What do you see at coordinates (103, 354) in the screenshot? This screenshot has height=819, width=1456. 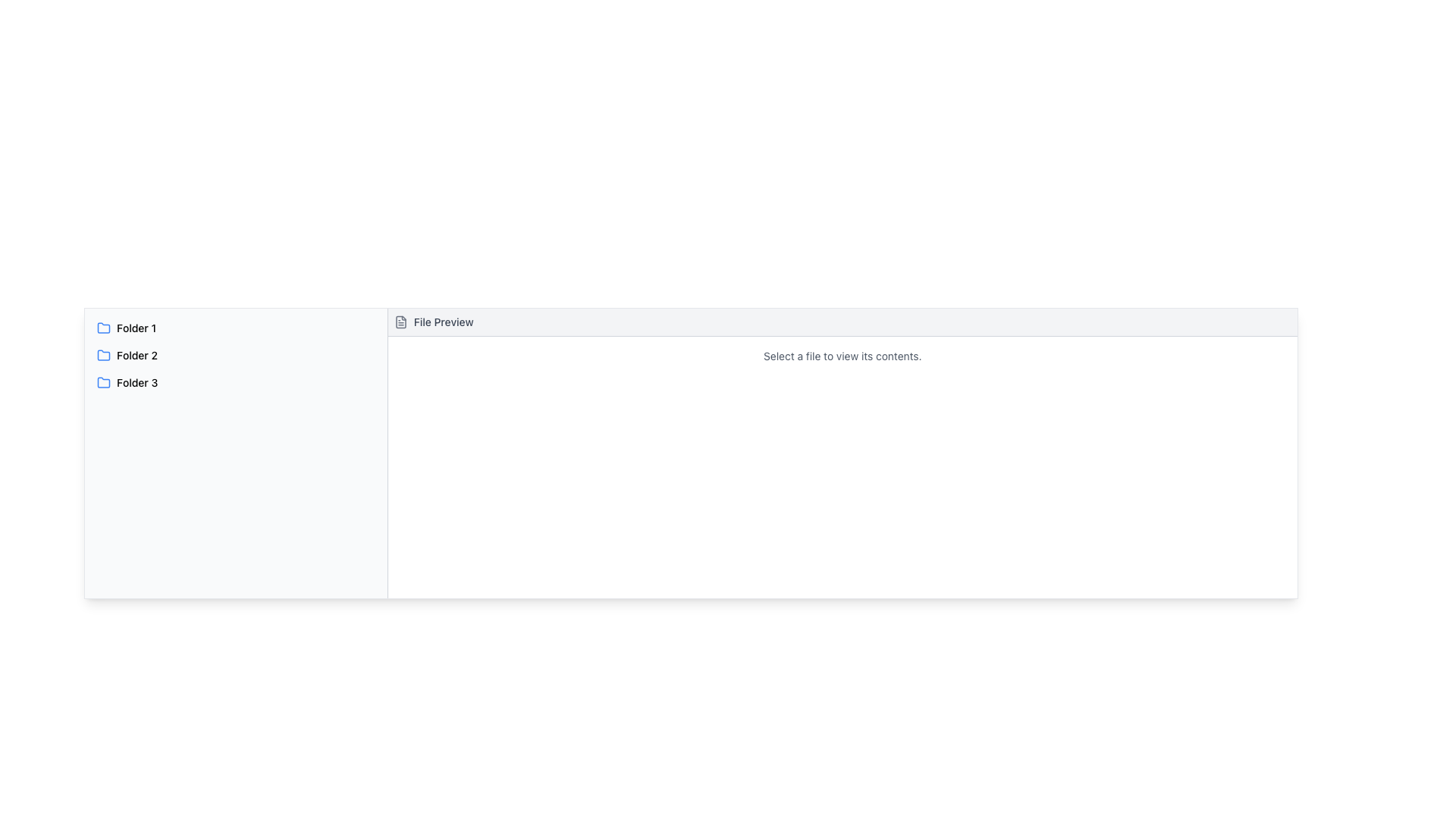 I see `to select or open the folder represented by the blue outlined SVG icon labeled 'Folder 2' in the vertical list of folder icons` at bounding box center [103, 354].